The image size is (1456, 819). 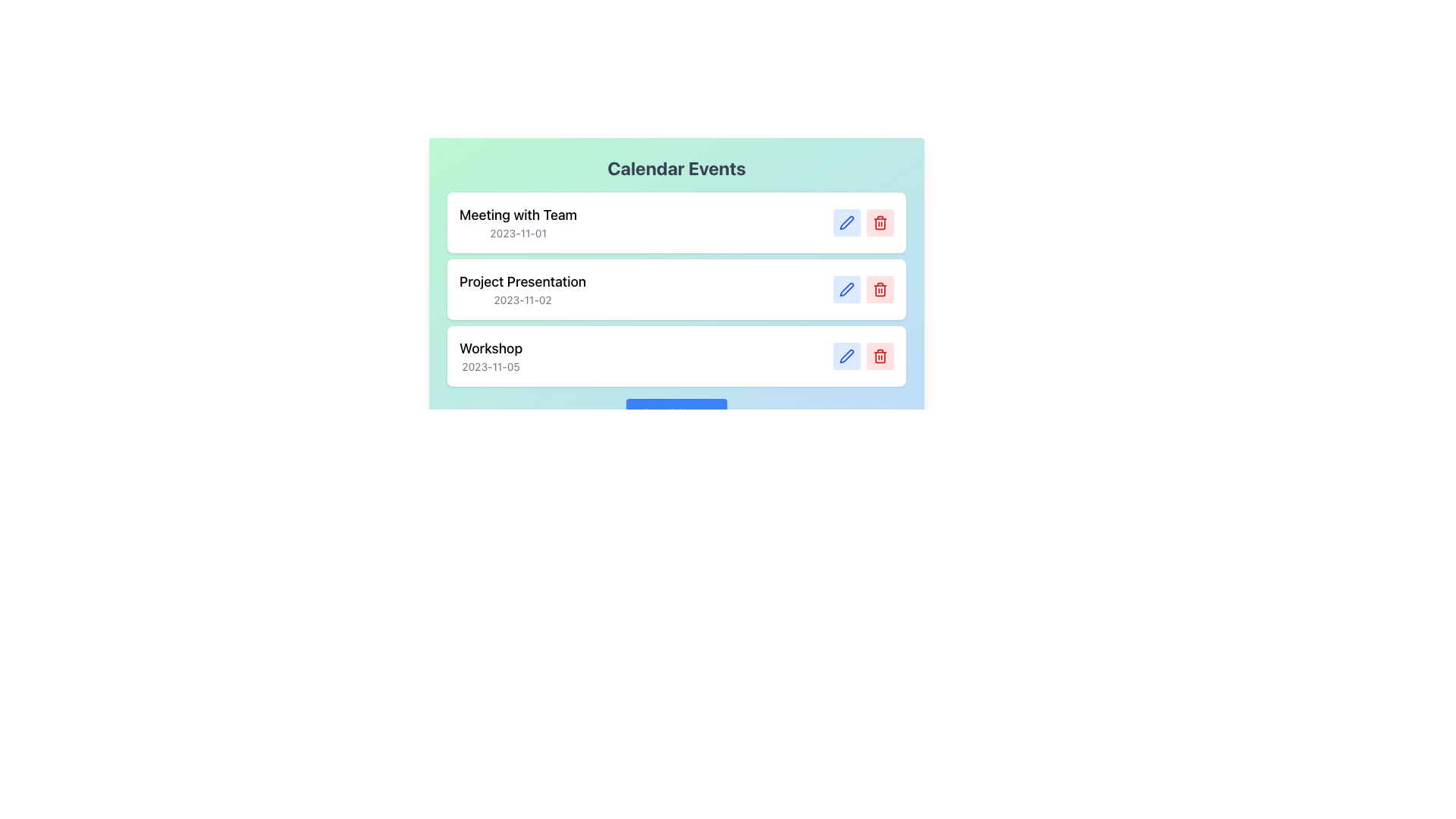 What do you see at coordinates (686, 414) in the screenshot?
I see `the text label that serves as a button for adding an event, located centrally at the bottom of the blue area` at bounding box center [686, 414].